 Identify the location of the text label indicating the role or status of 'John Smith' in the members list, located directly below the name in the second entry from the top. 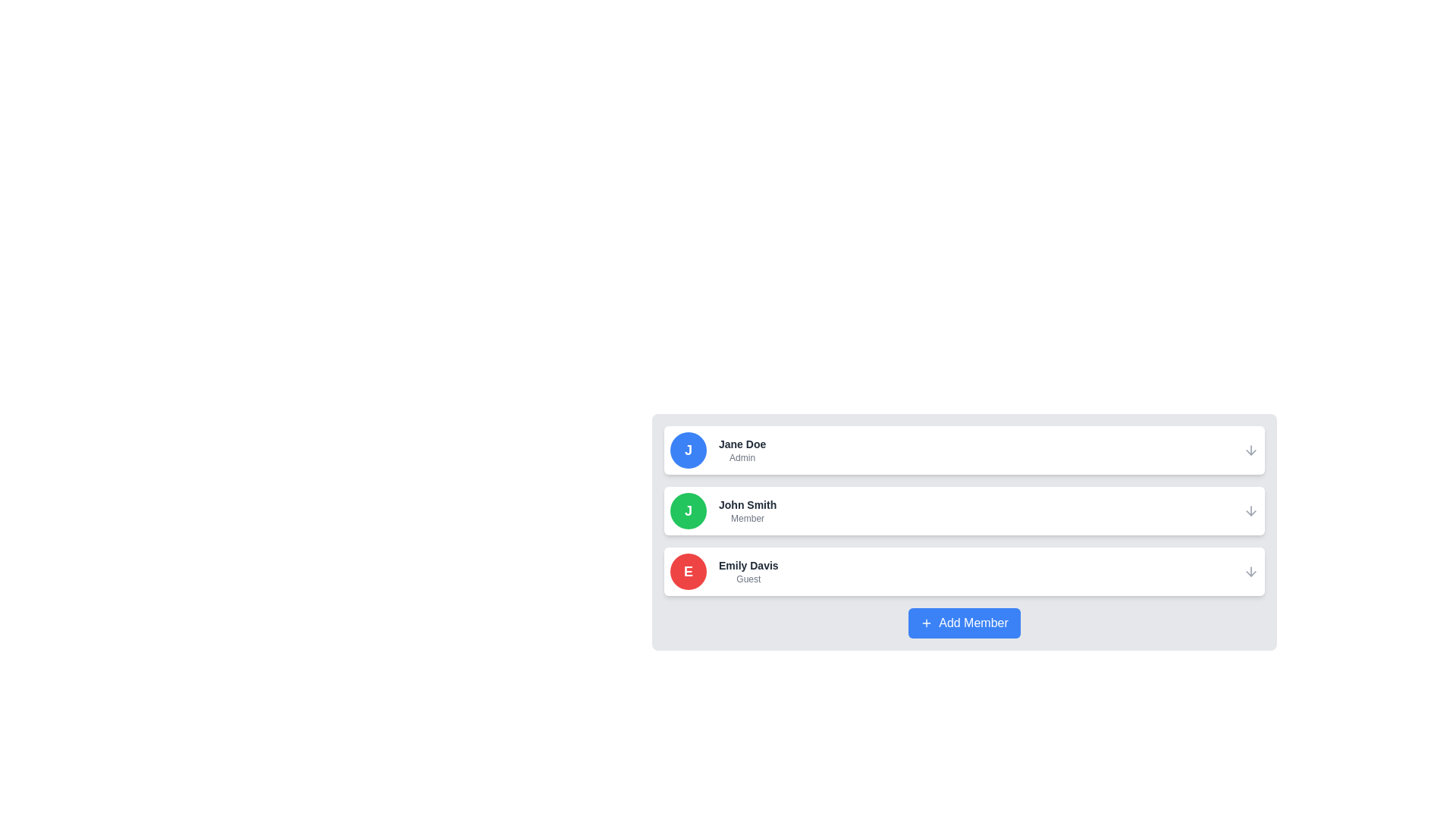
(748, 517).